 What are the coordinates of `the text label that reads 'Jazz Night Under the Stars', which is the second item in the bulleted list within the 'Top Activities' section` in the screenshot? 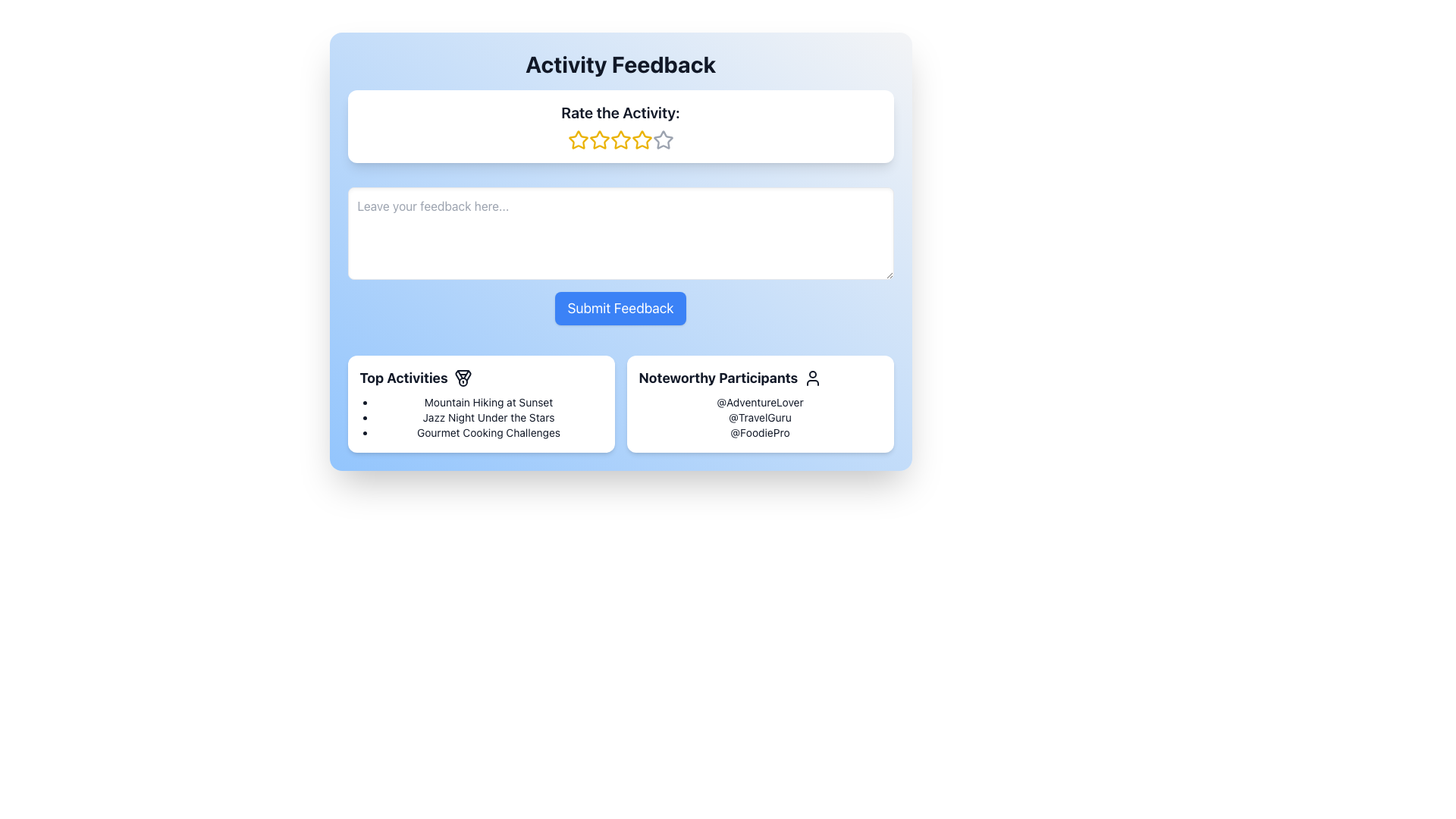 It's located at (488, 418).